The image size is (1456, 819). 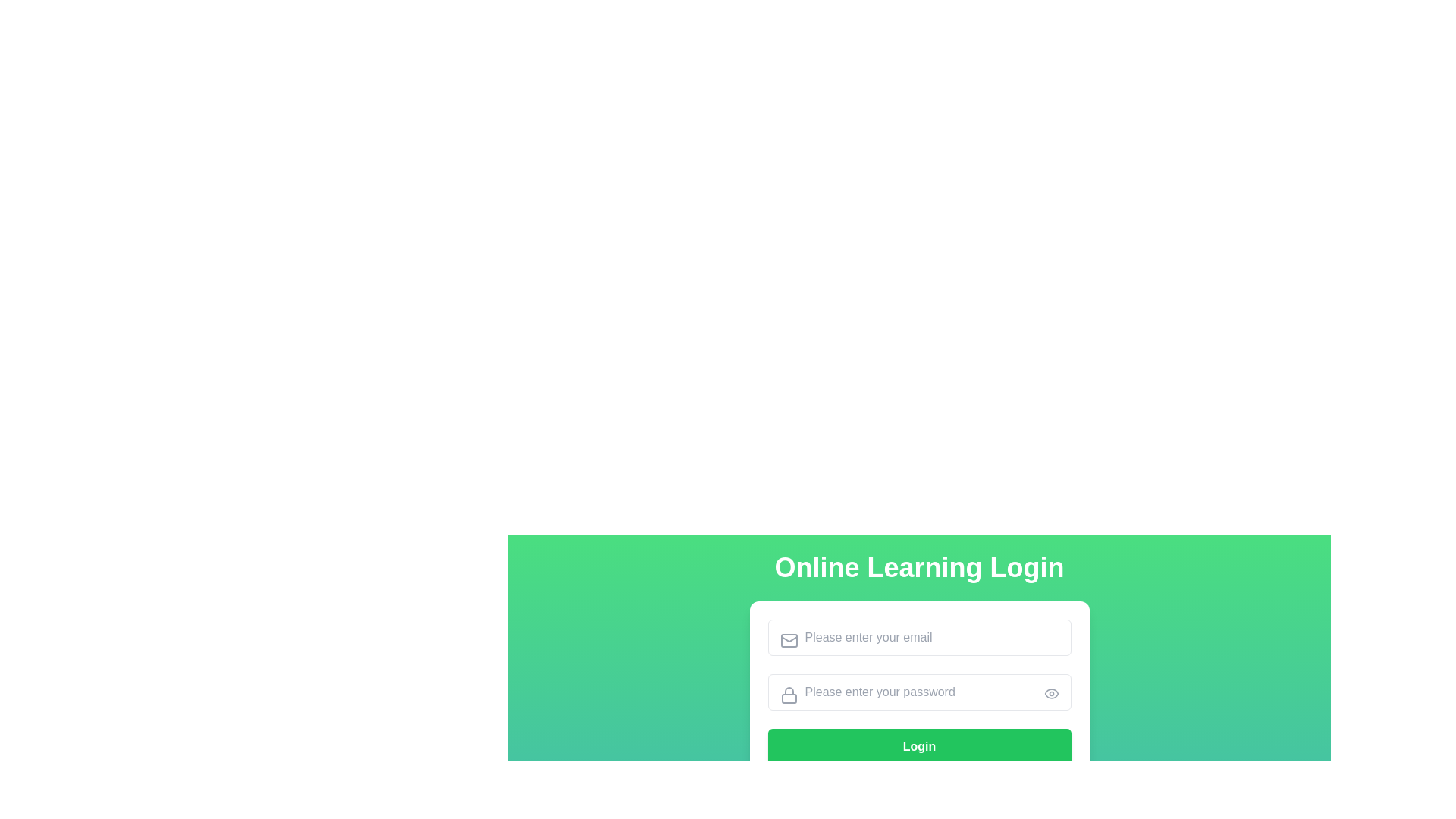 I want to click on the eye icon adjacent to the Password Input Field to toggle password visibility, so click(x=918, y=692).